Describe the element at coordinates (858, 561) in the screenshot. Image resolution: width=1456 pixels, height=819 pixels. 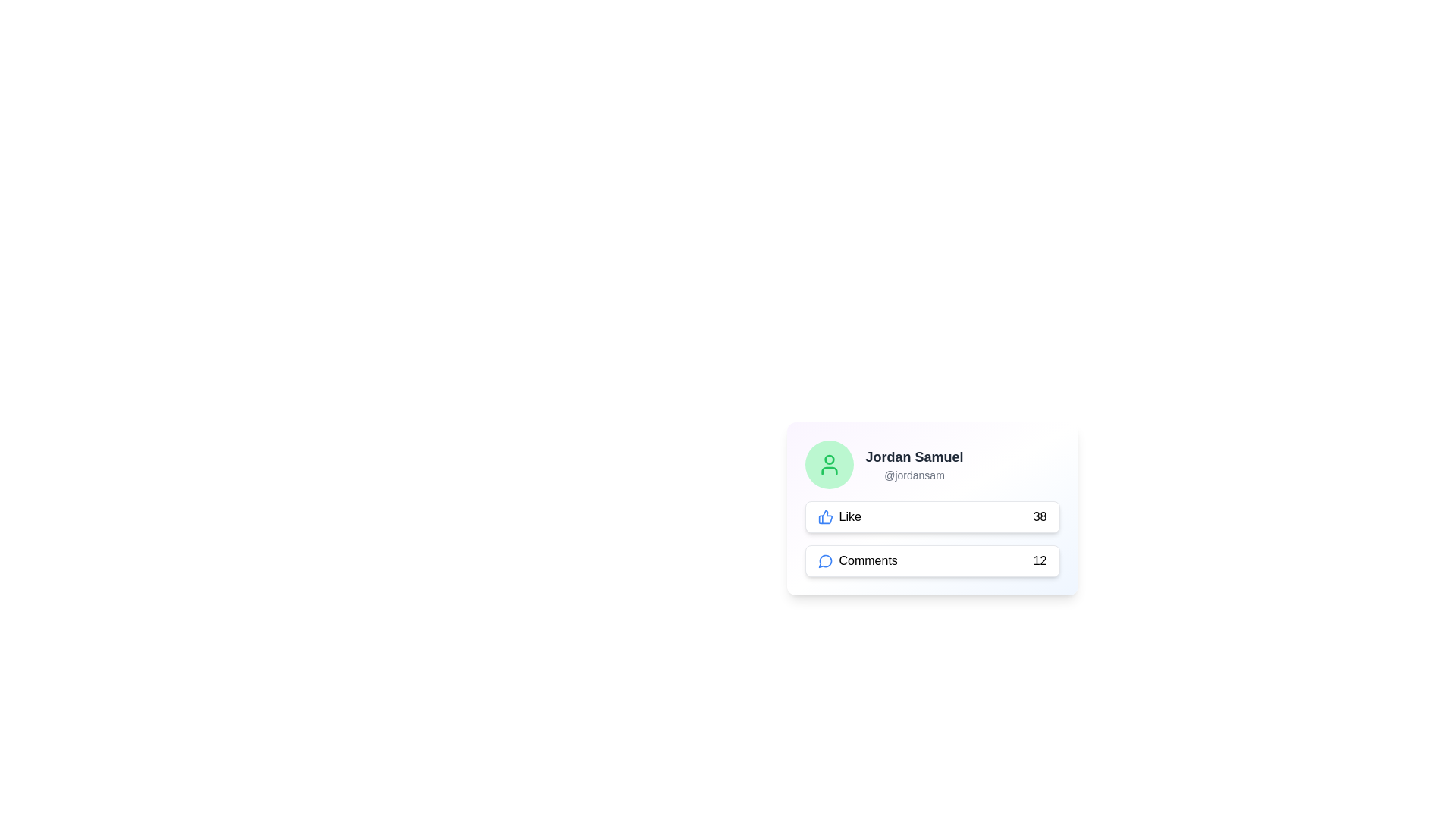
I see `the Text Label with Icon that indicates the presence of a commenting feature, located below the 'Like' button and to the left of the numerical indicator showing the number of comments` at that location.